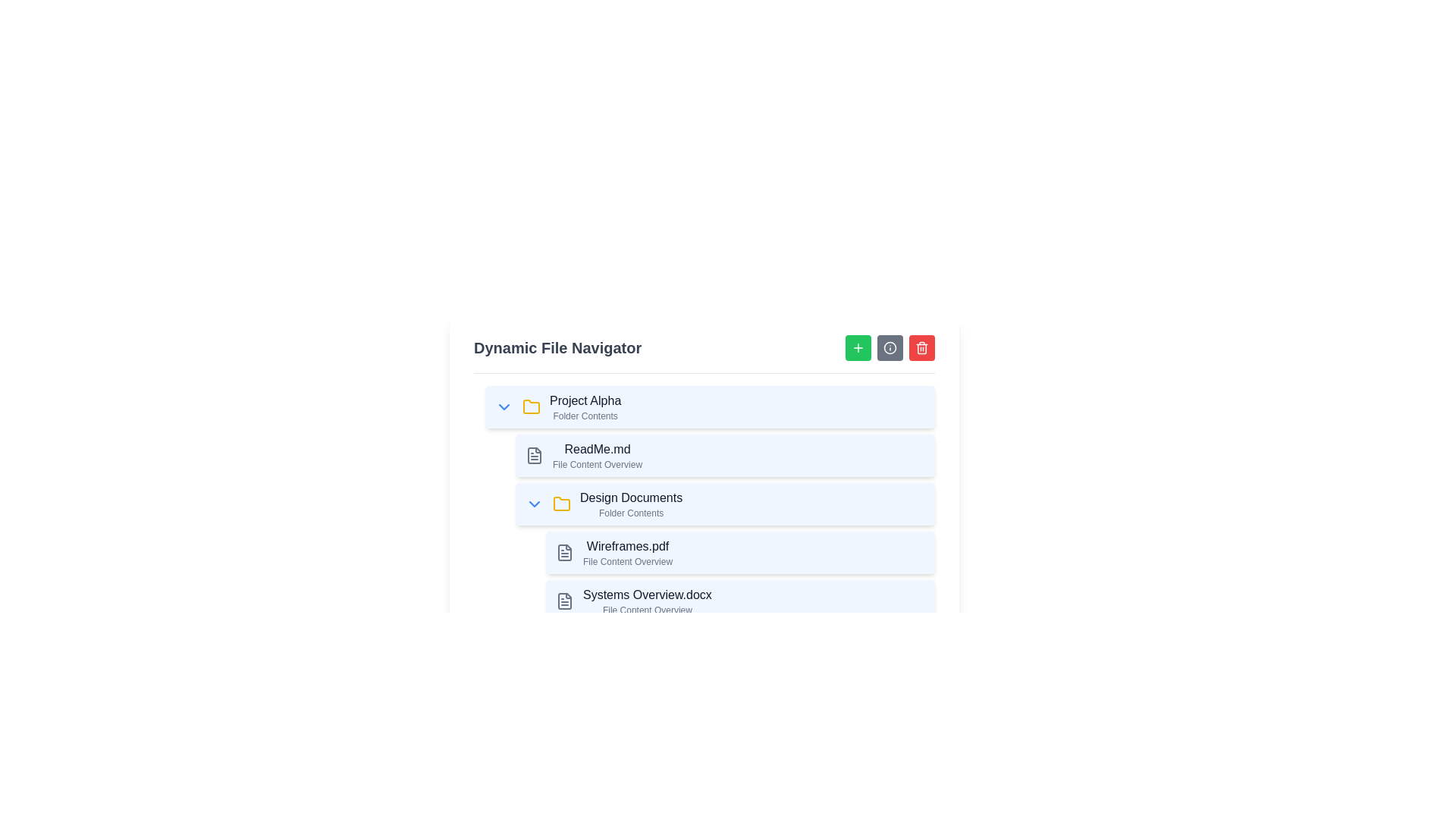  I want to click on the descriptive text label providing information about the folder labeled 'Project Alpha', which is located directly beneath the 'Project Alpha' text in the file navigator layout, so click(585, 416).